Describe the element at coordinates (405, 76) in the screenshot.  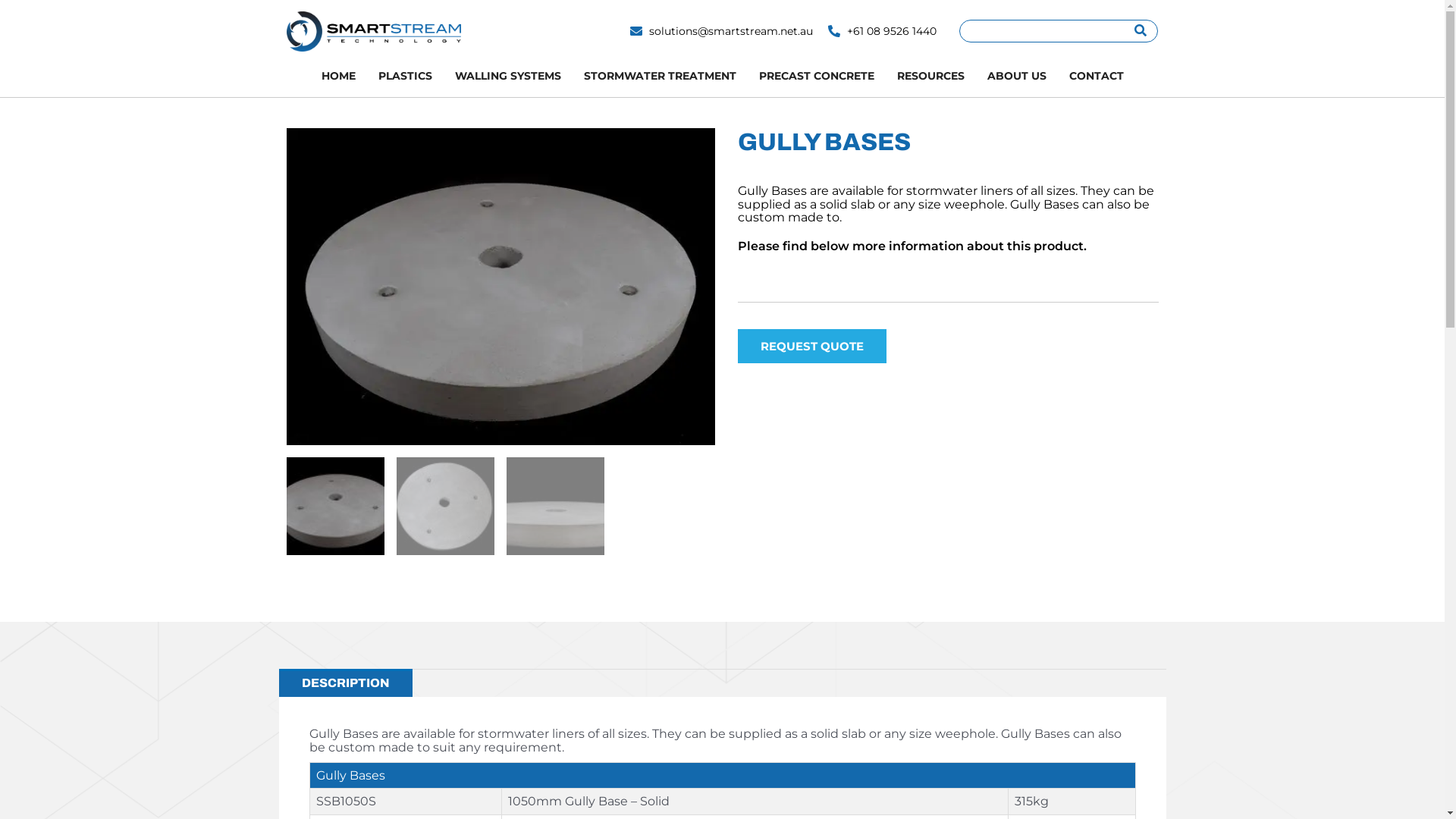
I see `'PLASTICS'` at that location.